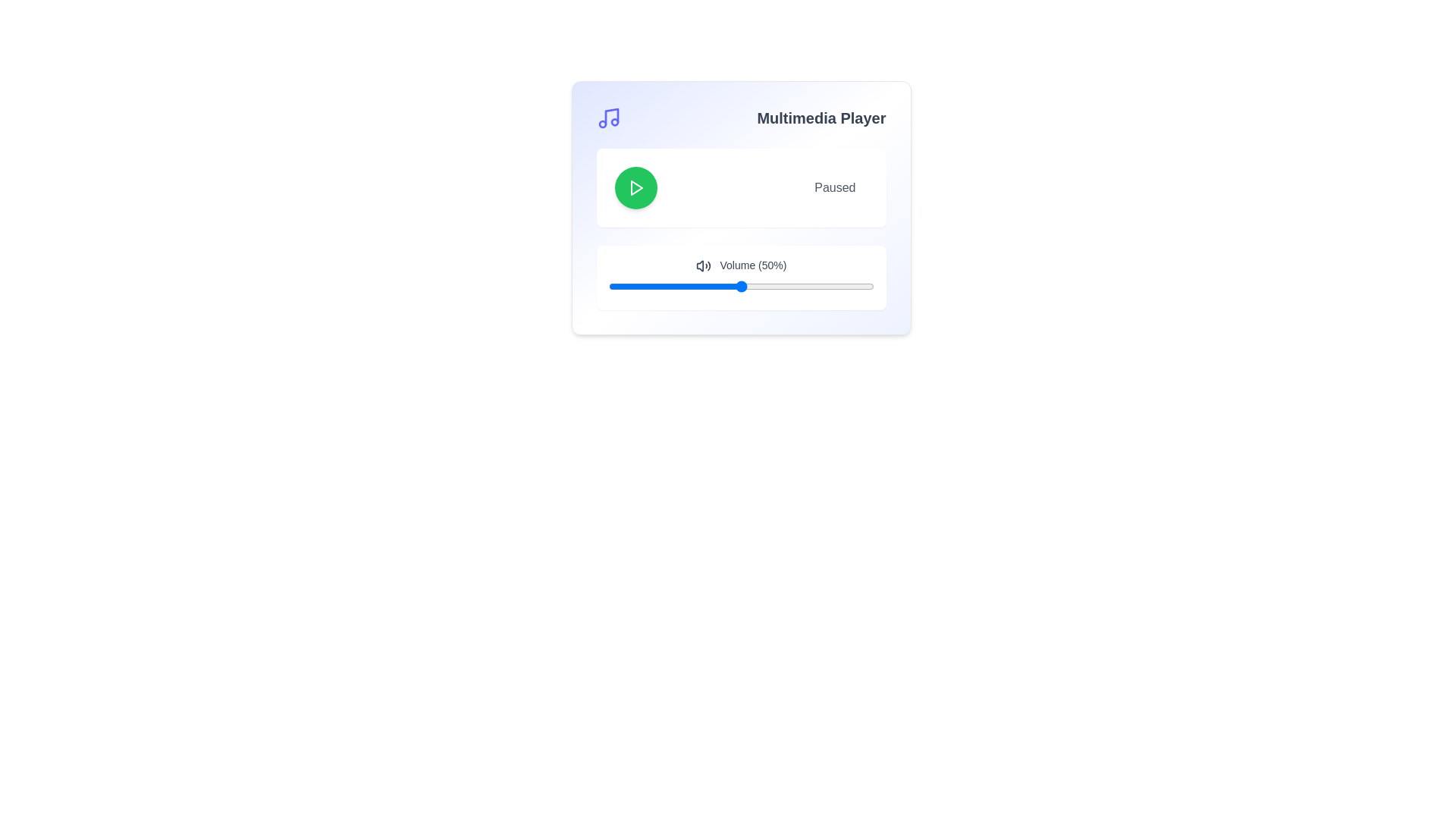  Describe the element at coordinates (636, 187) in the screenshot. I see `the play icon located centrally within the green circular button at the top-left of the multimedia player interface` at that location.